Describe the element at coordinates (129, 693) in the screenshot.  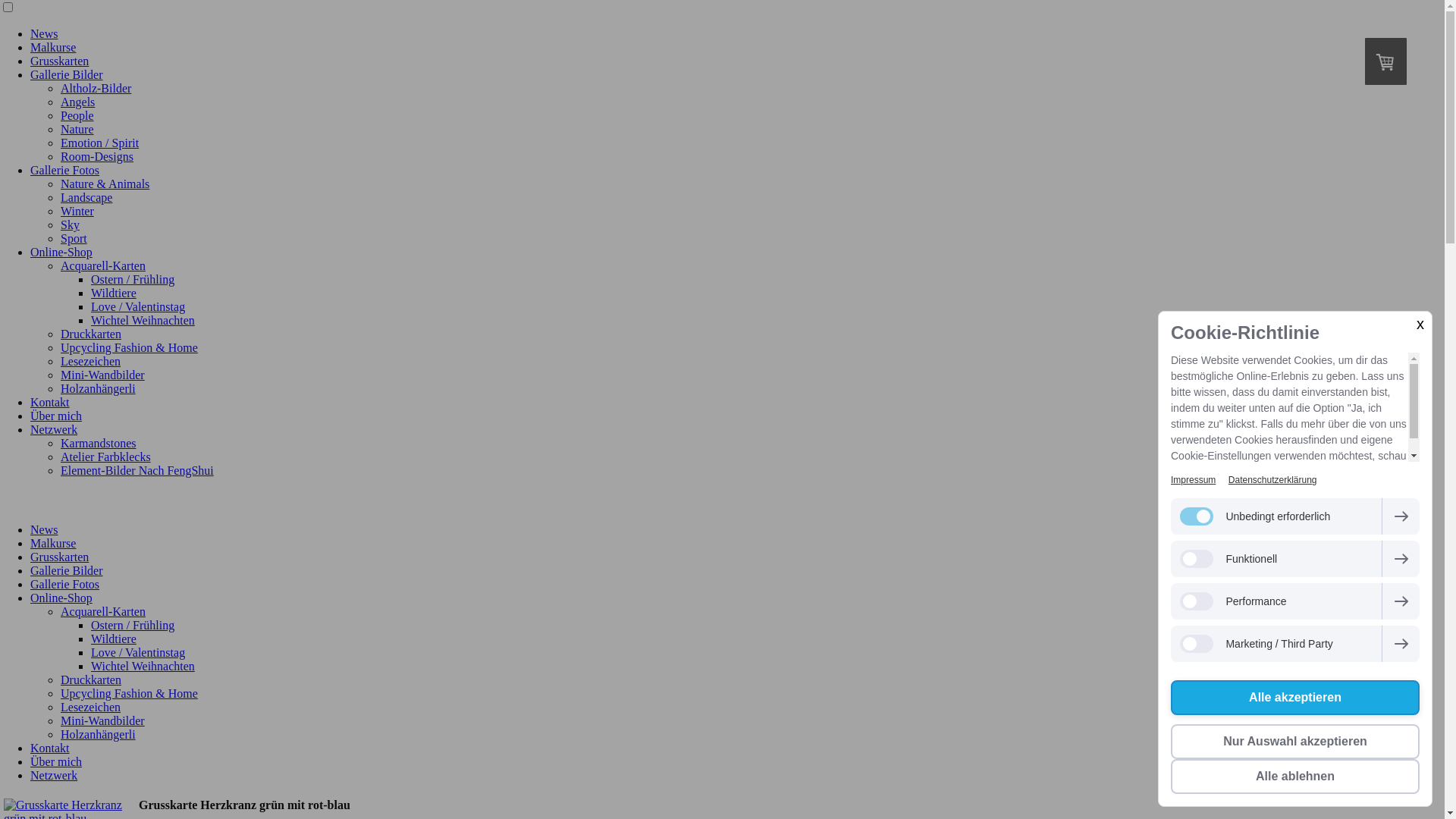
I see `'Upcycling Fashion & Home'` at that location.